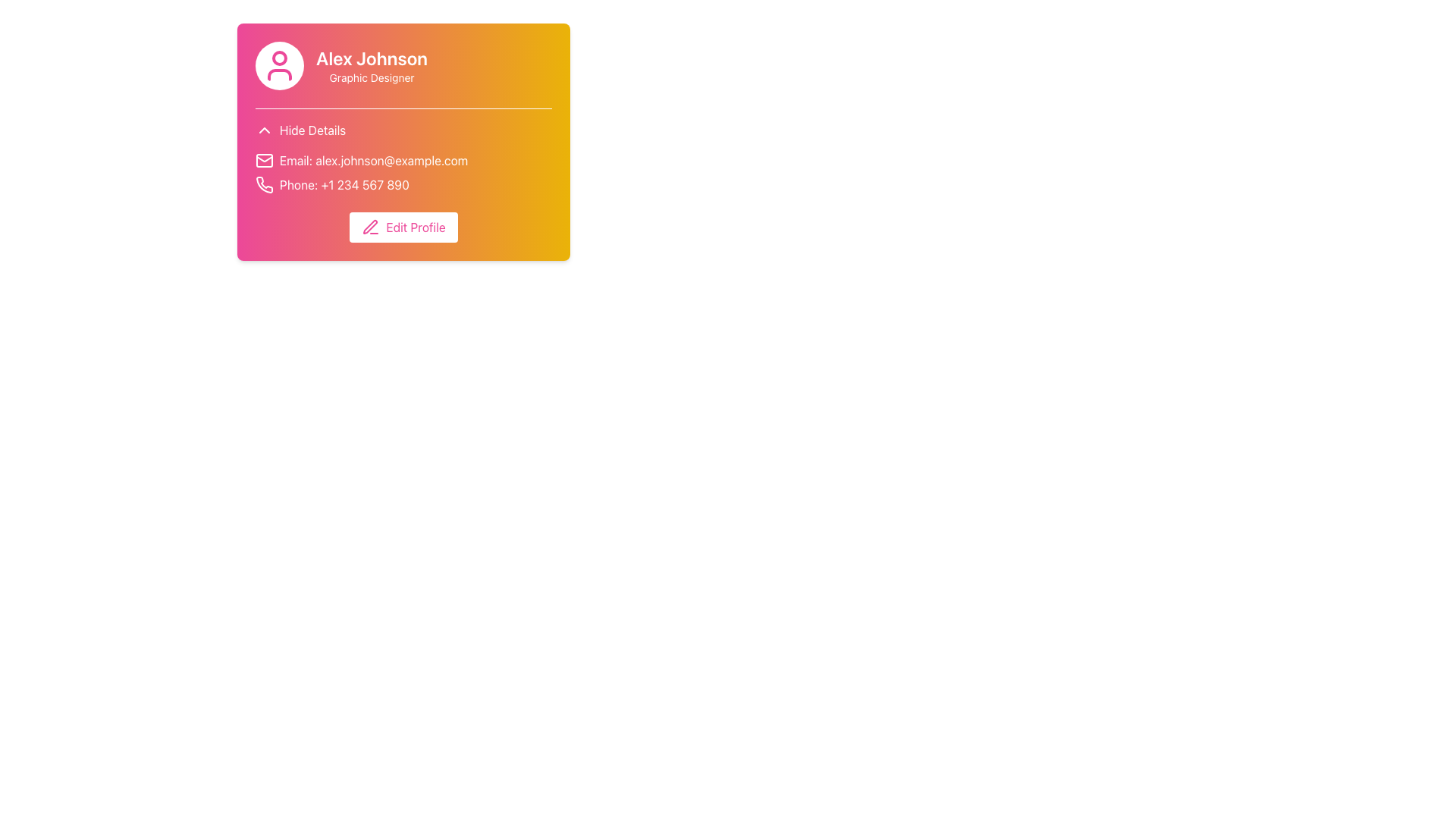  I want to click on the mail icon styled as an envelope, which is positioned to the left of the label 'Email: alex.johnson@example.com', so click(265, 161).